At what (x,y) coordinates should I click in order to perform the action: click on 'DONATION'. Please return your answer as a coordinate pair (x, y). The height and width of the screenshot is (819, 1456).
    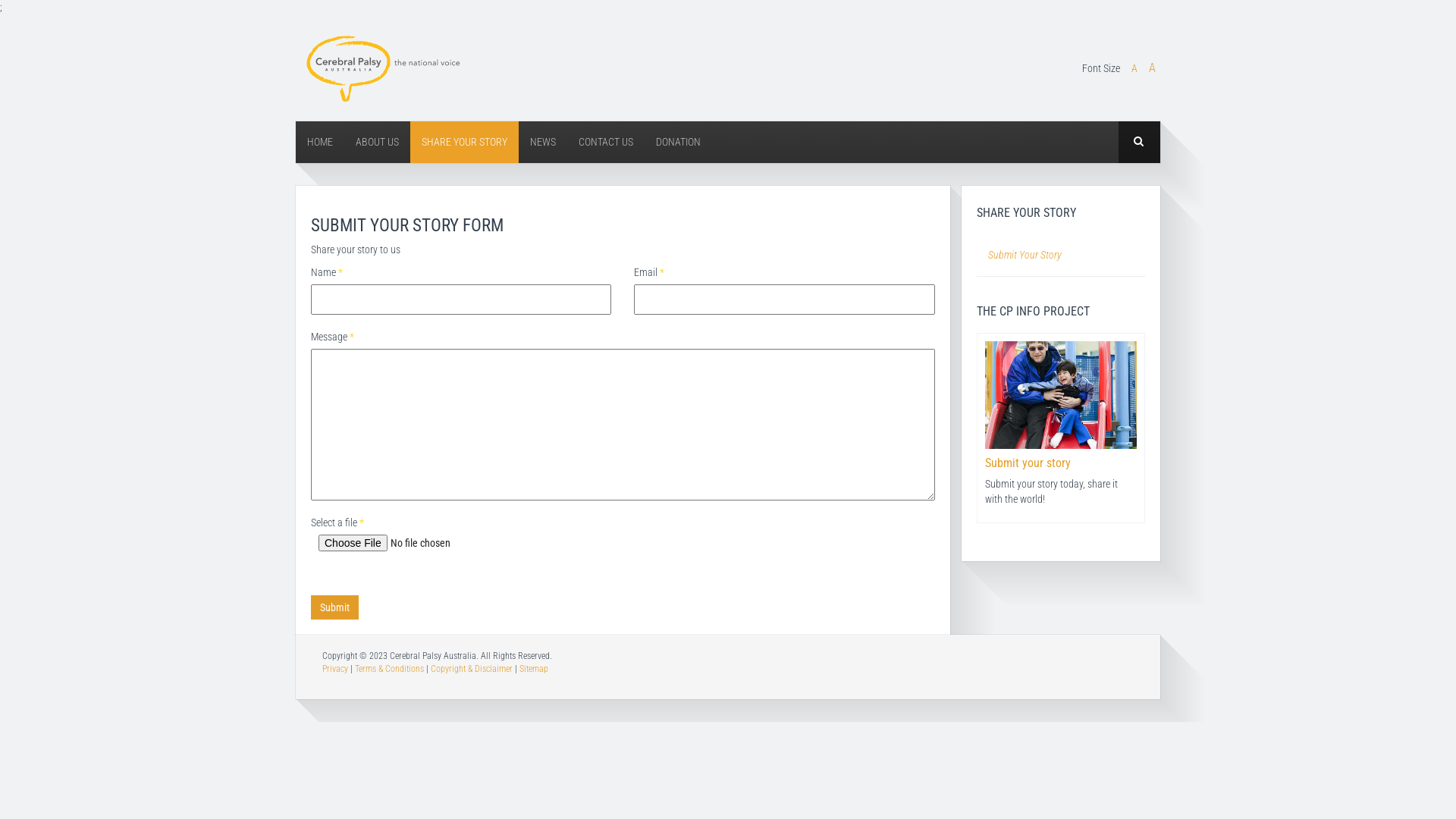
    Looking at the image, I should click on (677, 142).